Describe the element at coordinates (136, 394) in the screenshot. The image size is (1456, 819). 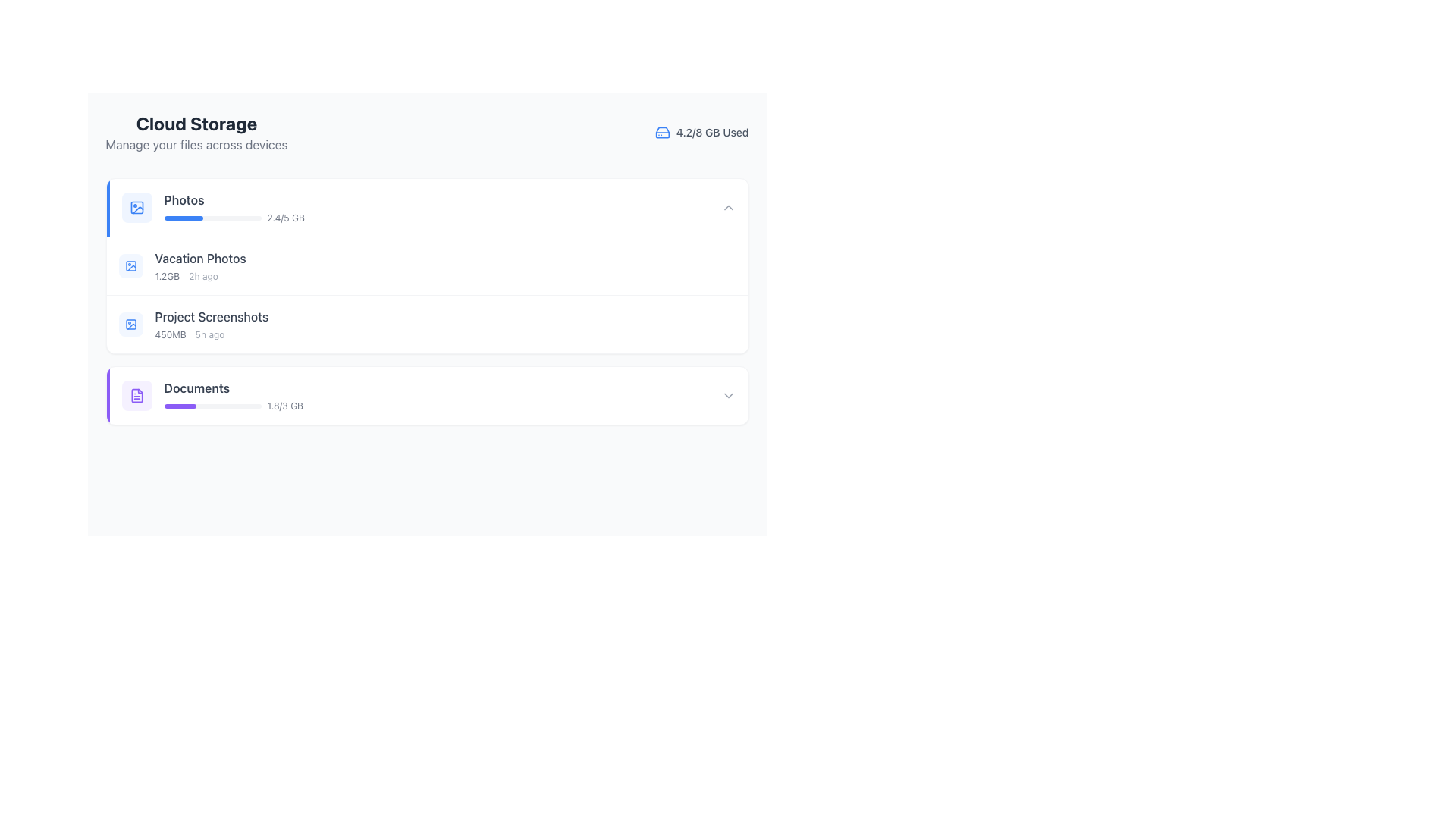
I see `the document icon located to the left of the 'Documents' list item, which is part of a horizontal layout with text and a progress bar` at that location.